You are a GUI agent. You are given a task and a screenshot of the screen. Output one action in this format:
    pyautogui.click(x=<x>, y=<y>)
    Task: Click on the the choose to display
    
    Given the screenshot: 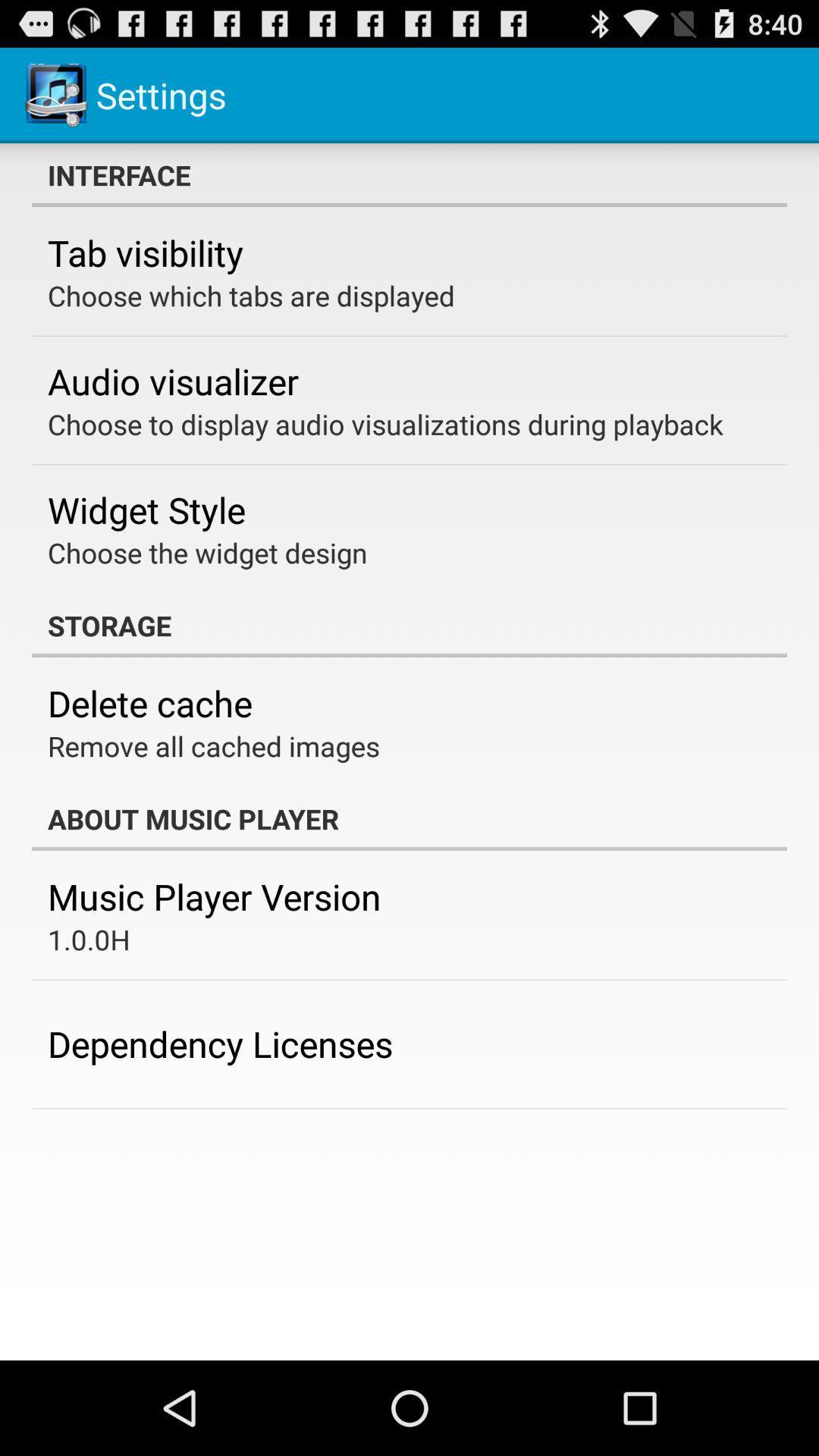 What is the action you would take?
    pyautogui.click(x=384, y=424)
    